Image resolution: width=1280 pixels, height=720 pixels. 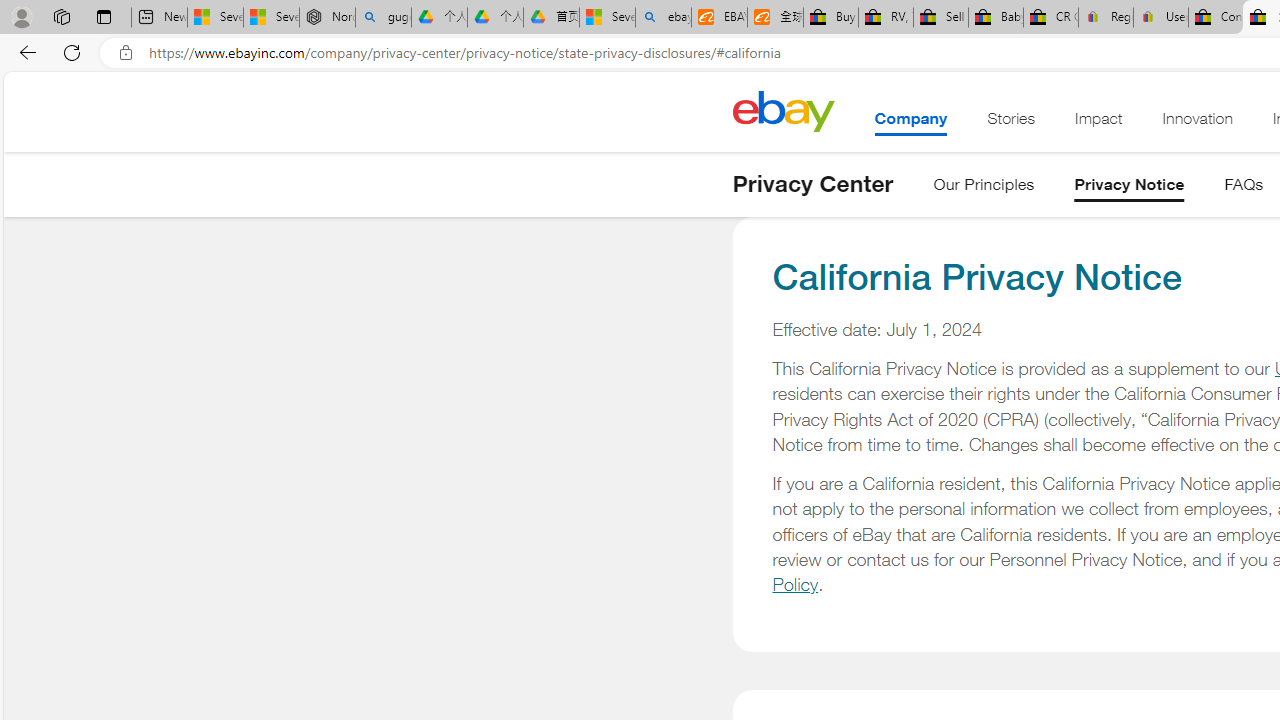 What do you see at coordinates (939, 17) in the screenshot?
I see `'Sell worldwide with eBay'` at bounding box center [939, 17].